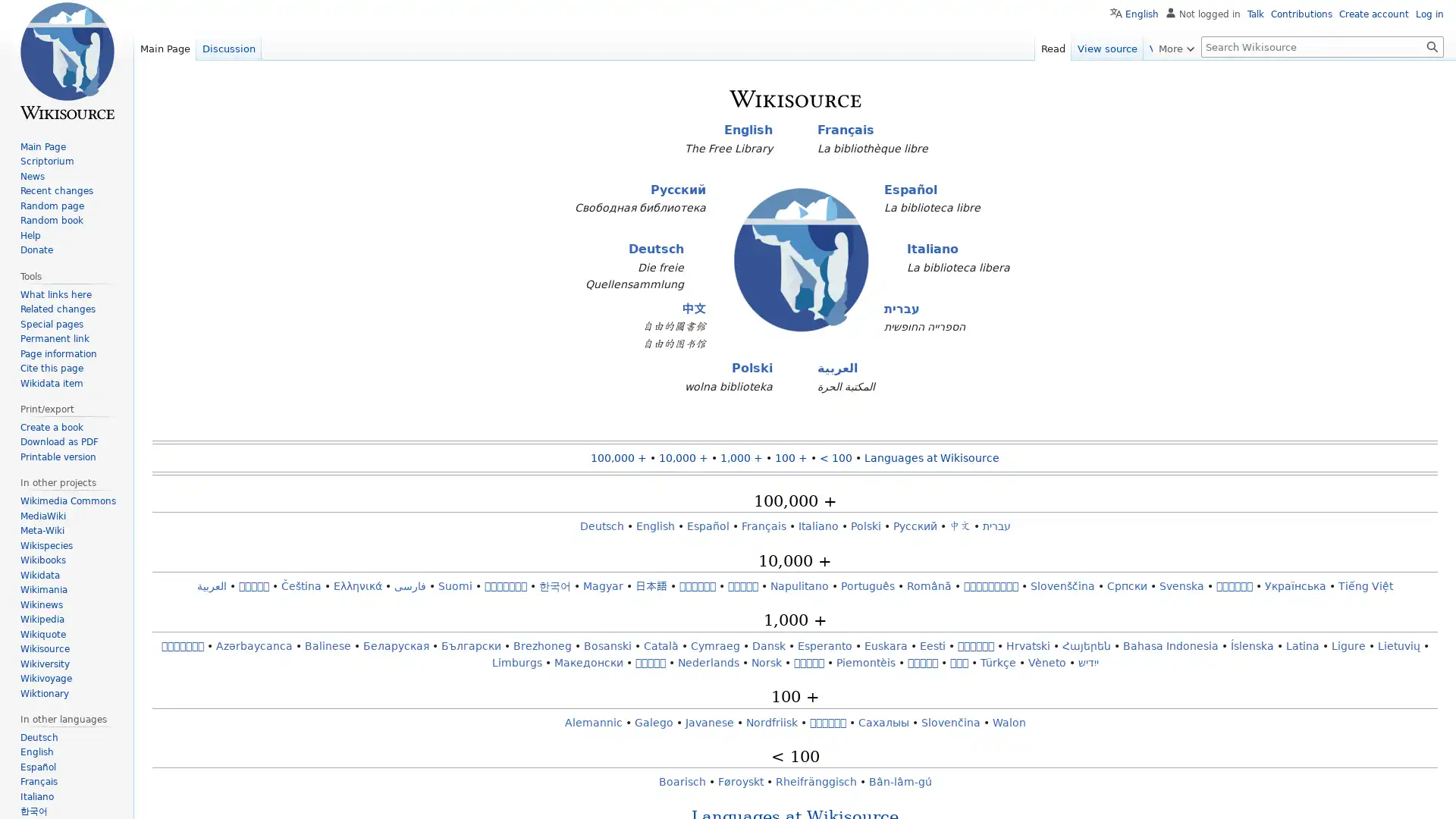  What do you see at coordinates (1432, 45) in the screenshot?
I see `Go` at bounding box center [1432, 45].